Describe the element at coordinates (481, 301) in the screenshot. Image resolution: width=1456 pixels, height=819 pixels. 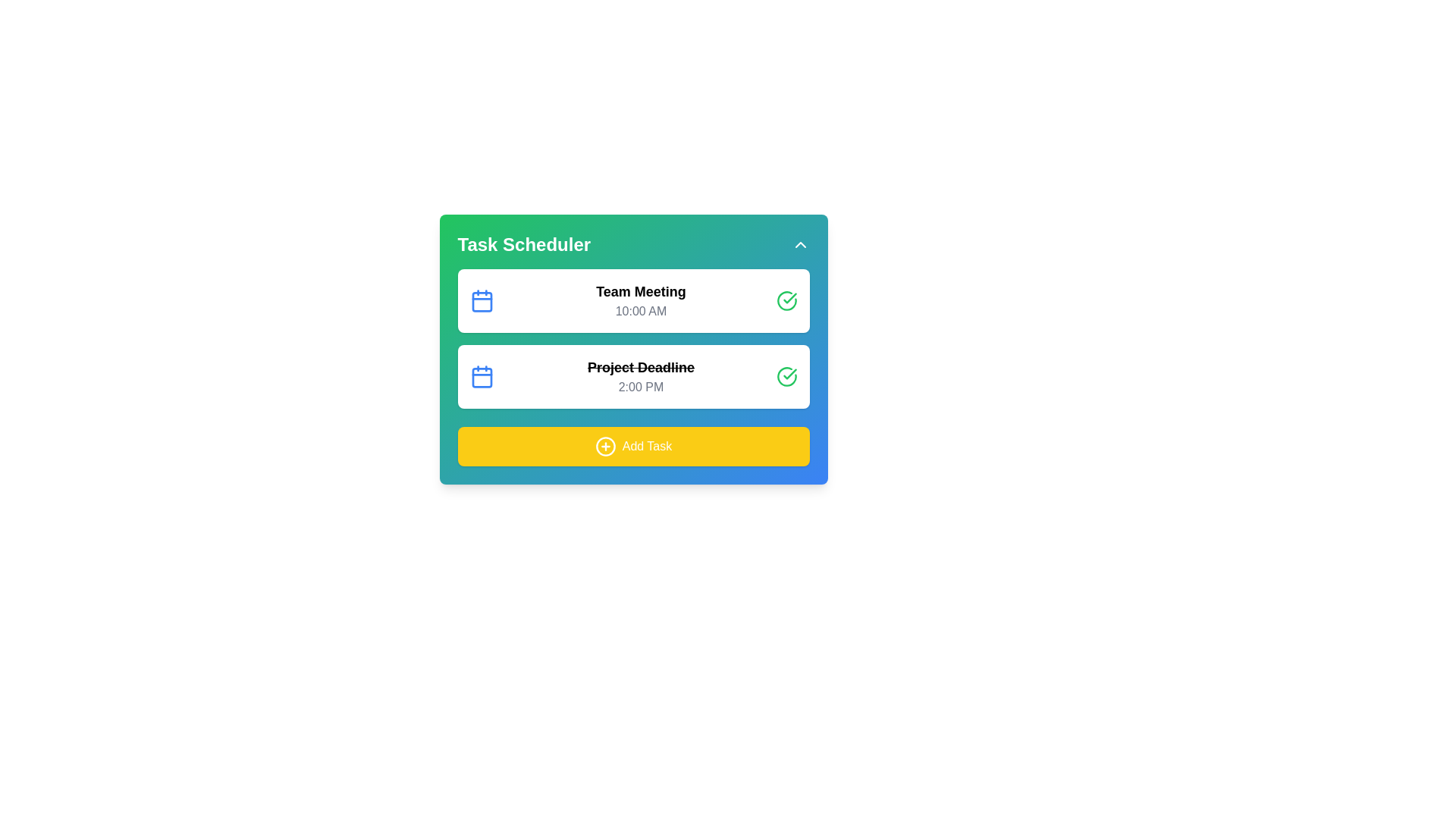
I see `the calendar icon representing the 'Team Meeting' event in the Task Scheduler list, located to the left of the event text` at that location.